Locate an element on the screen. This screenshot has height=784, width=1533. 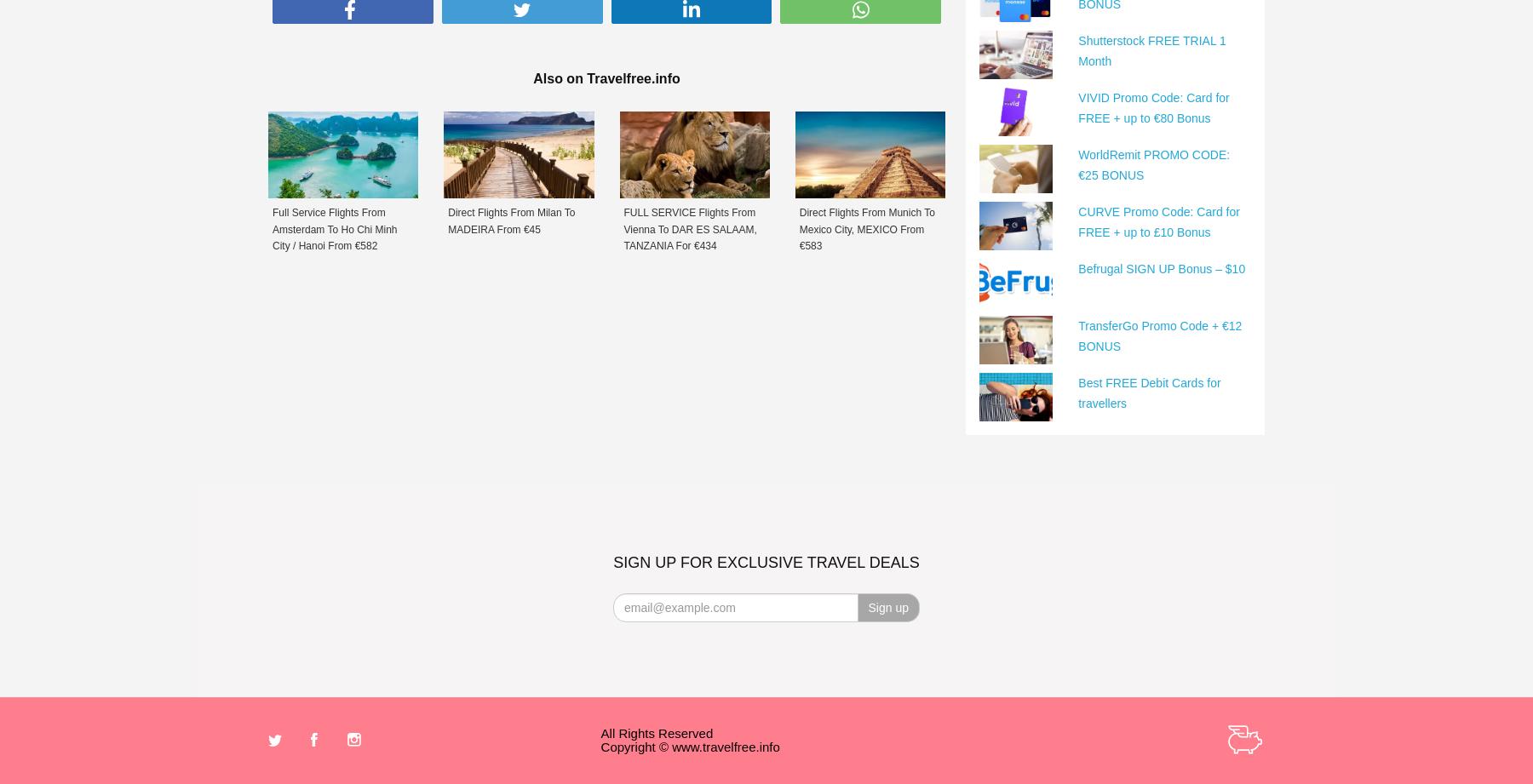
'CURVE Promo Code: Card for FREE + up to £10 Bonus' is located at coordinates (1157, 220).